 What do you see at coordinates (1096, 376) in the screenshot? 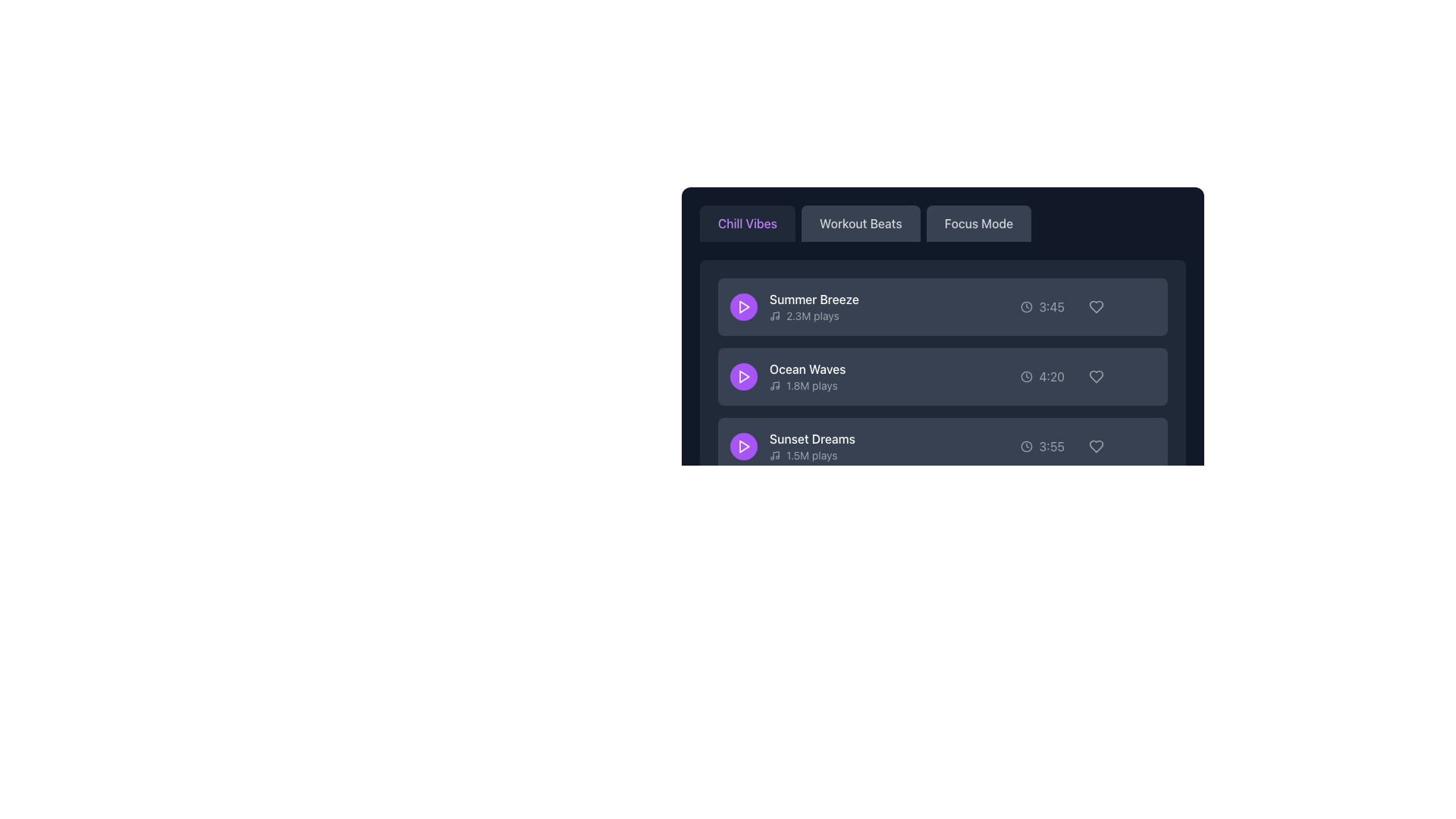
I see `the heart icon representing the 'Like' action for the 'Ocean Waves' track` at bounding box center [1096, 376].